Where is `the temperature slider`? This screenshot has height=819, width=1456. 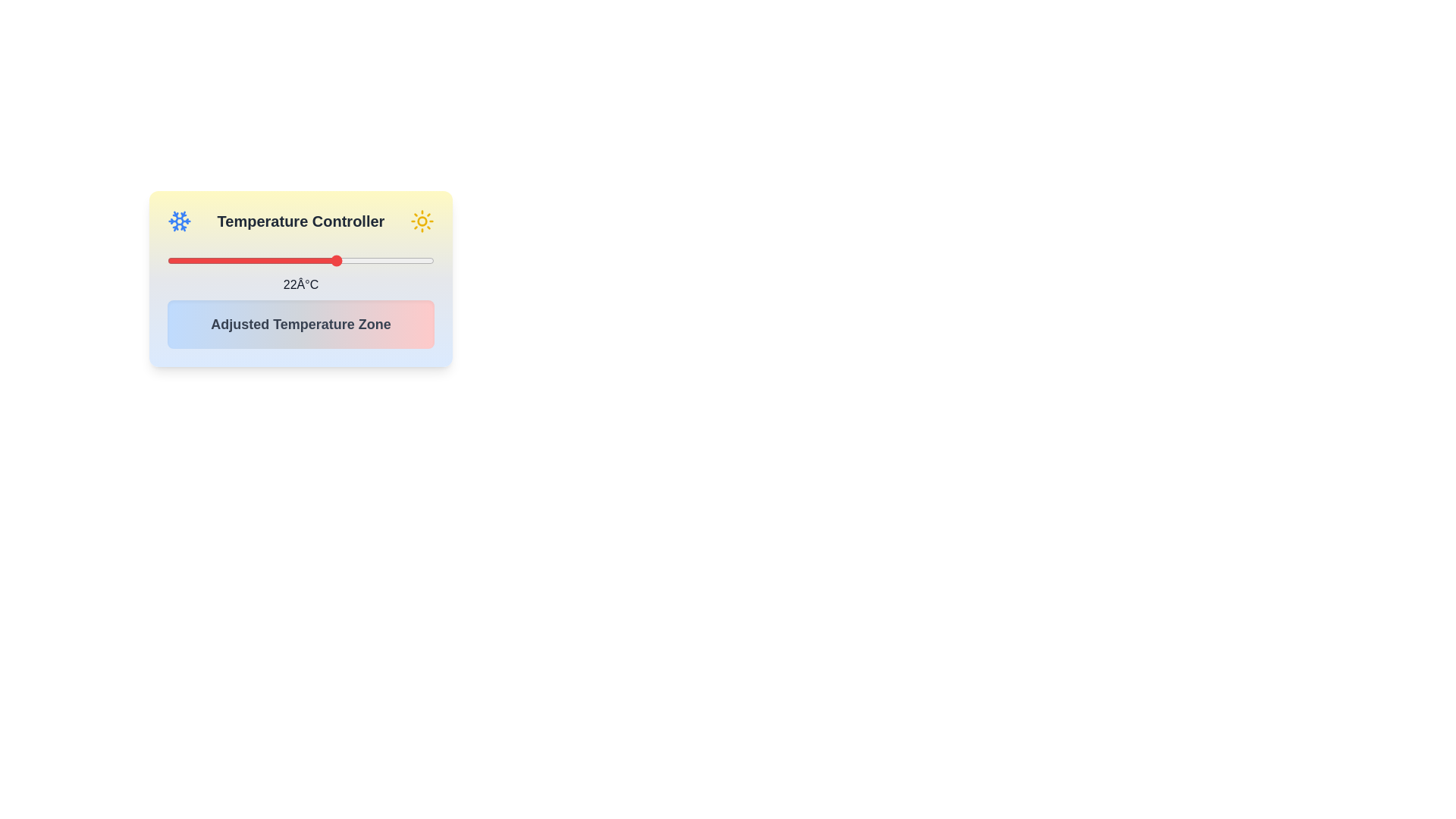
the temperature slider is located at coordinates (359, 259).